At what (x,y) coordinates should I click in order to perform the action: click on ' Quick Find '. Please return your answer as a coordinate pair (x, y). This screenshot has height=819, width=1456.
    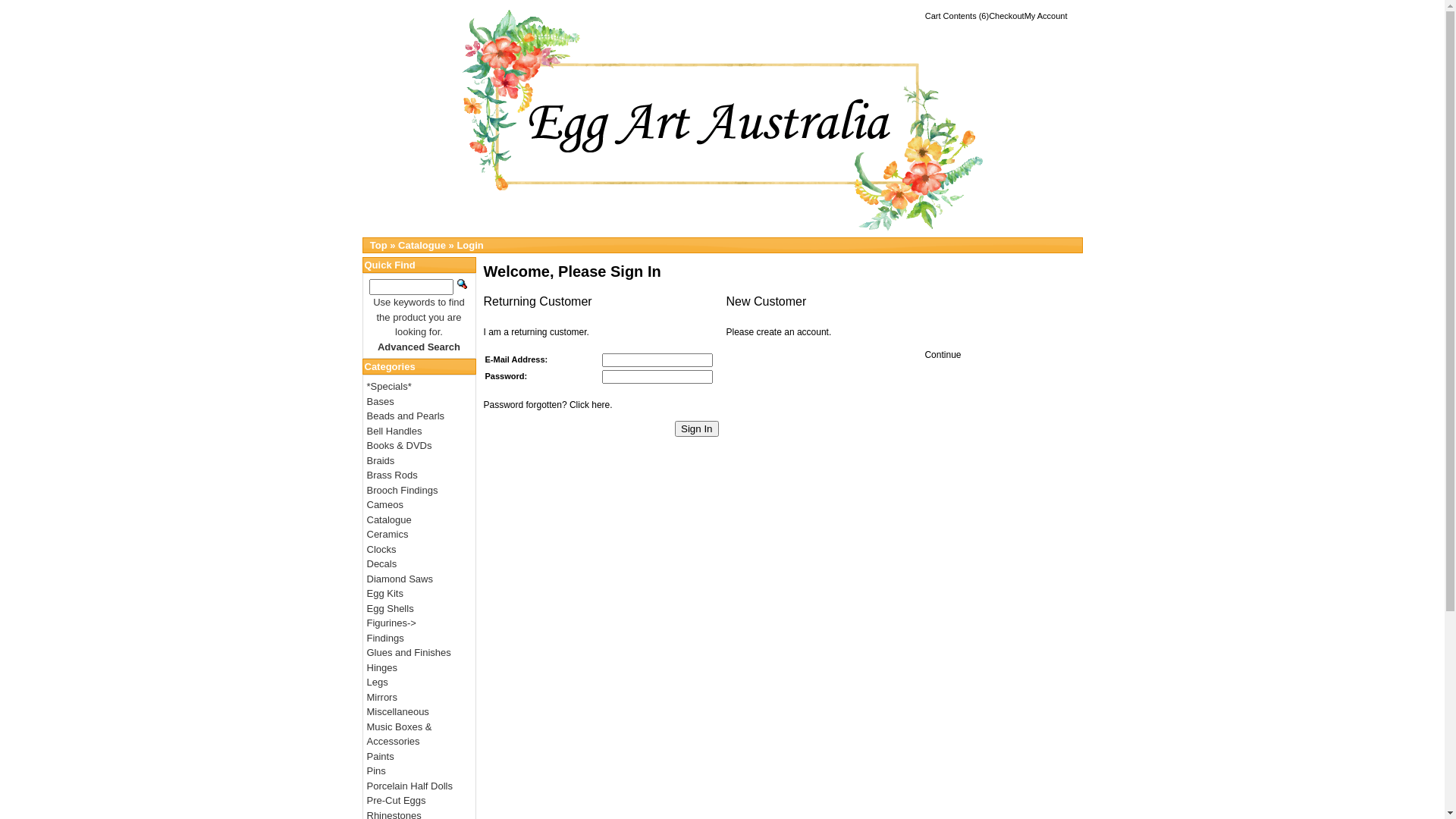
    Looking at the image, I should click on (461, 284).